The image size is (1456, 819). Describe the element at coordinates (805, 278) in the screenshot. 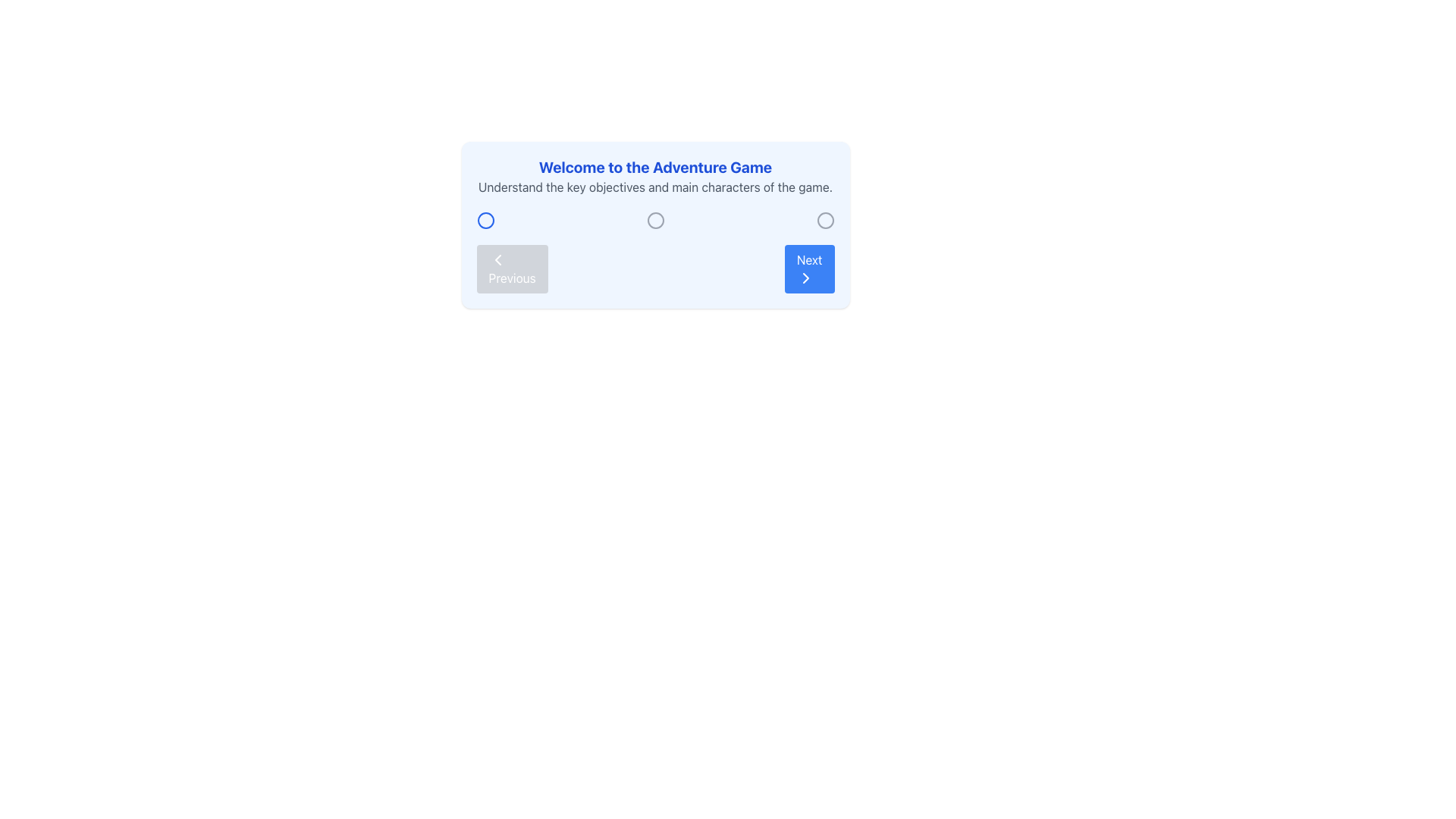

I see `the right-facing chevron icon within the blue 'Next' button` at that location.